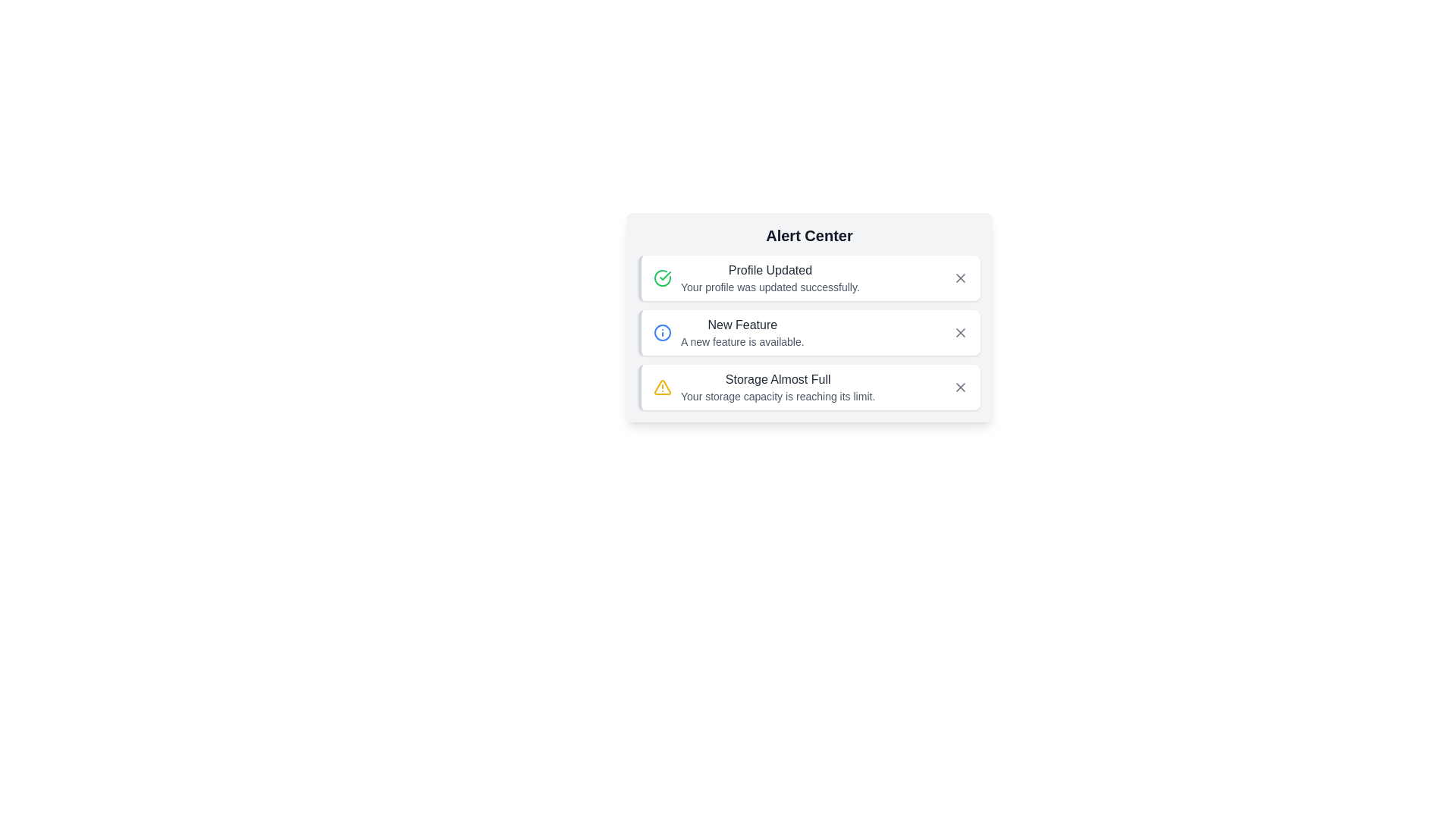  Describe the element at coordinates (808, 332) in the screenshot. I see `notification card that informs about a new feature, located in the Alert Center below the Profile Updated notification` at that location.